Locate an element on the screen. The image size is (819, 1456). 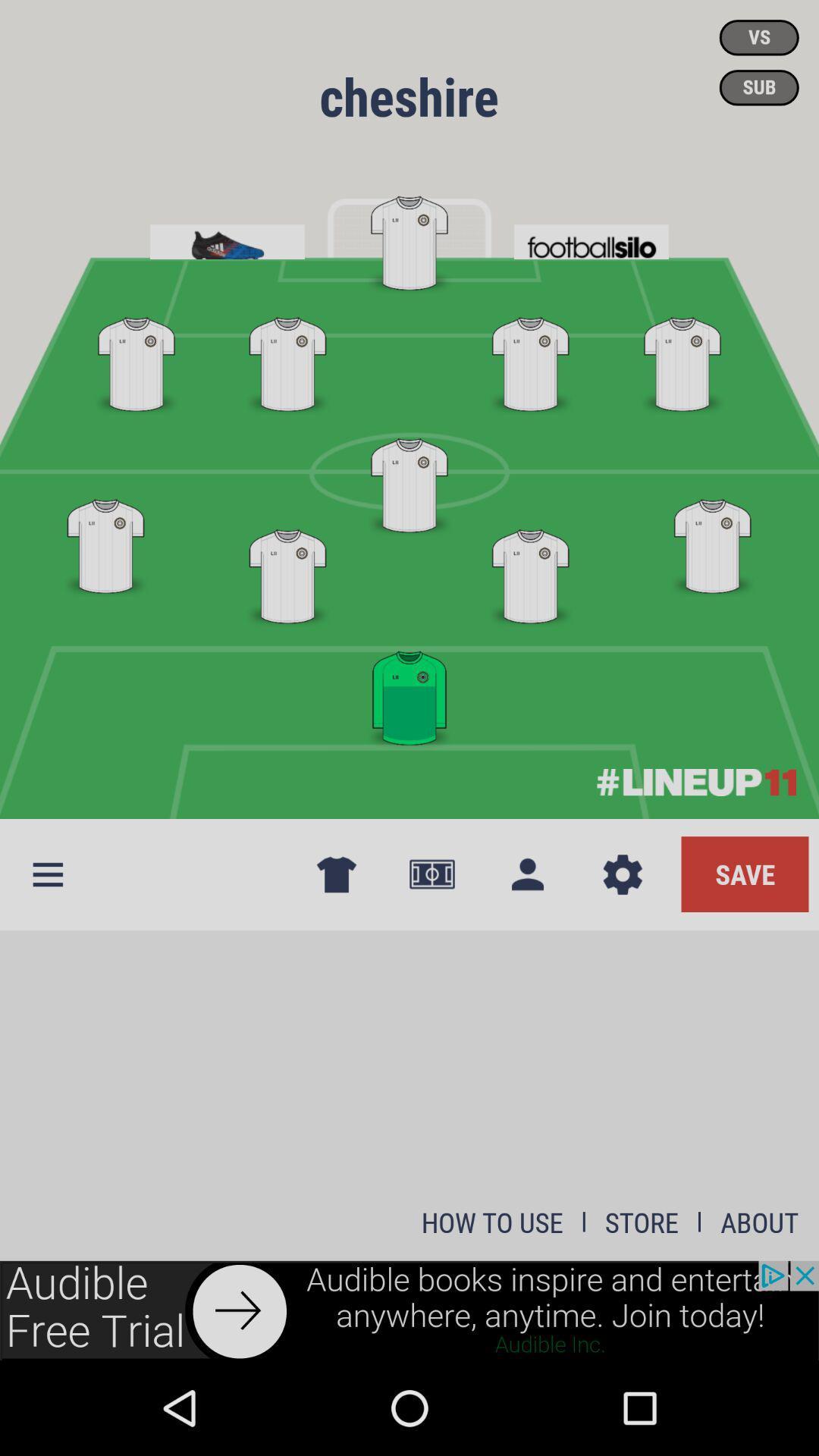
the icon which is to the left side of the contact icon is located at coordinates (432, 874).